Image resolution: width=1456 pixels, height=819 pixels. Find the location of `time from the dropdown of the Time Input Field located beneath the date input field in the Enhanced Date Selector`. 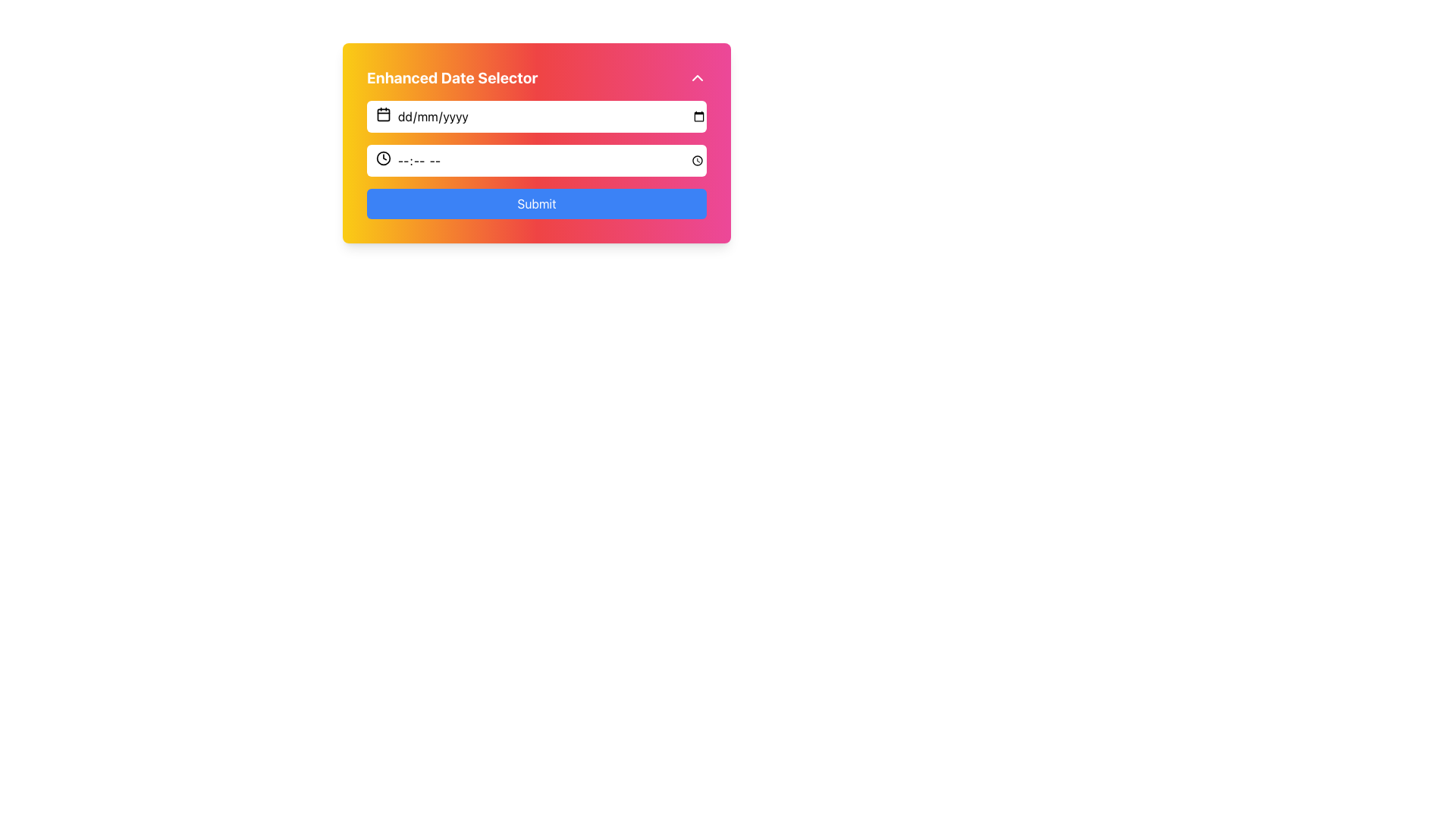

time from the dropdown of the Time Input Field located beneath the date input field in the Enhanced Date Selector is located at coordinates (537, 161).